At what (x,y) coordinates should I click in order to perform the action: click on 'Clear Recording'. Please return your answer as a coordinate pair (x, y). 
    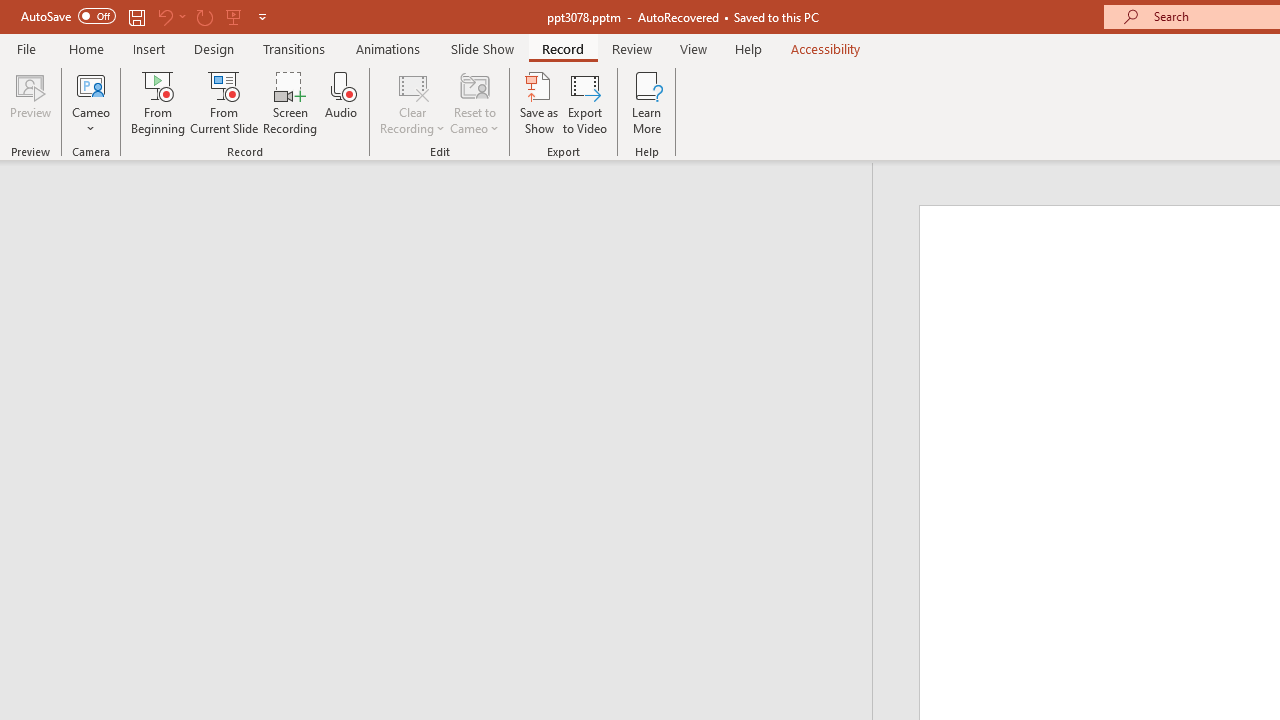
    Looking at the image, I should click on (411, 103).